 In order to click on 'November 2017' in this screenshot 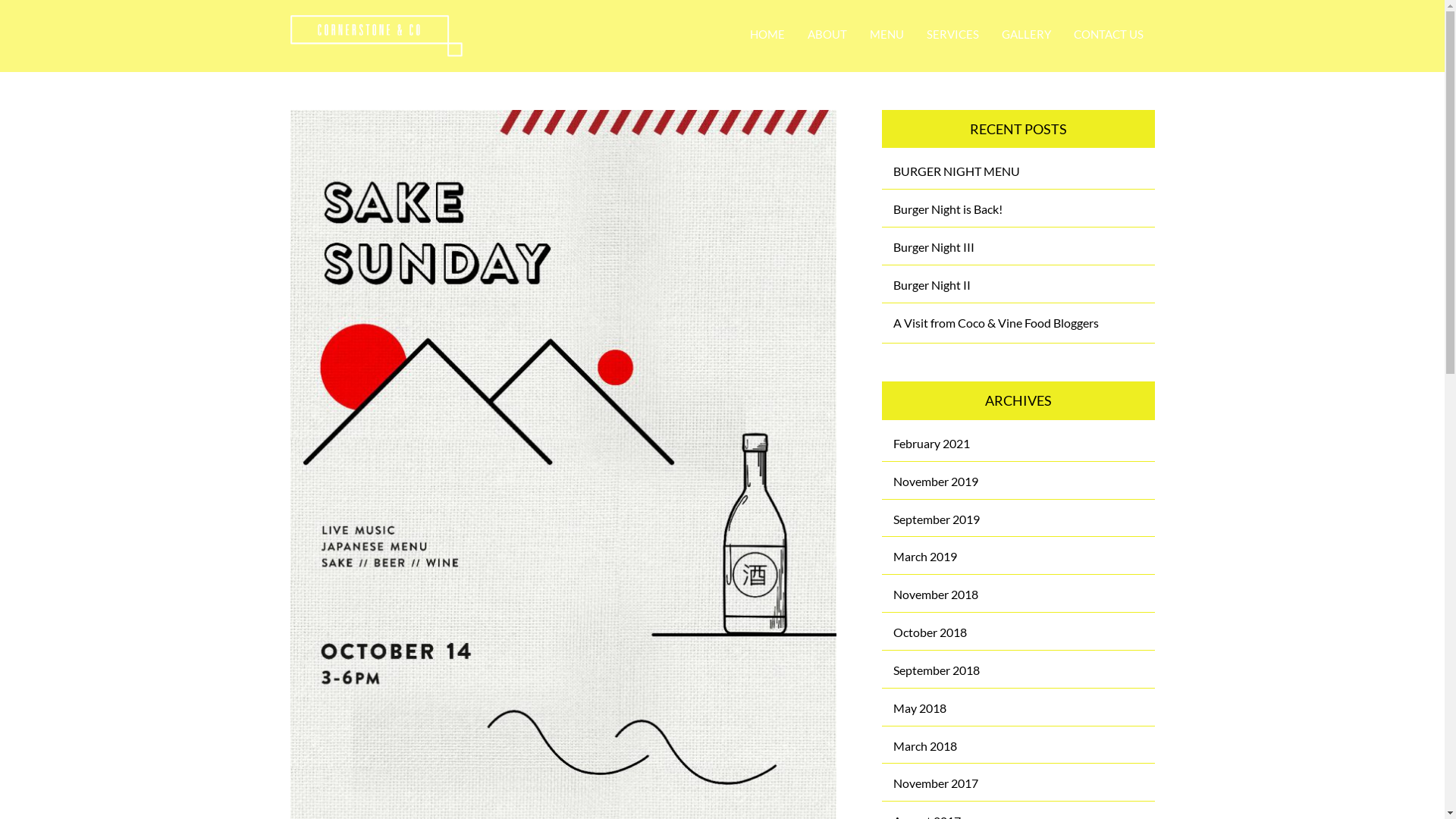, I will do `click(934, 783)`.